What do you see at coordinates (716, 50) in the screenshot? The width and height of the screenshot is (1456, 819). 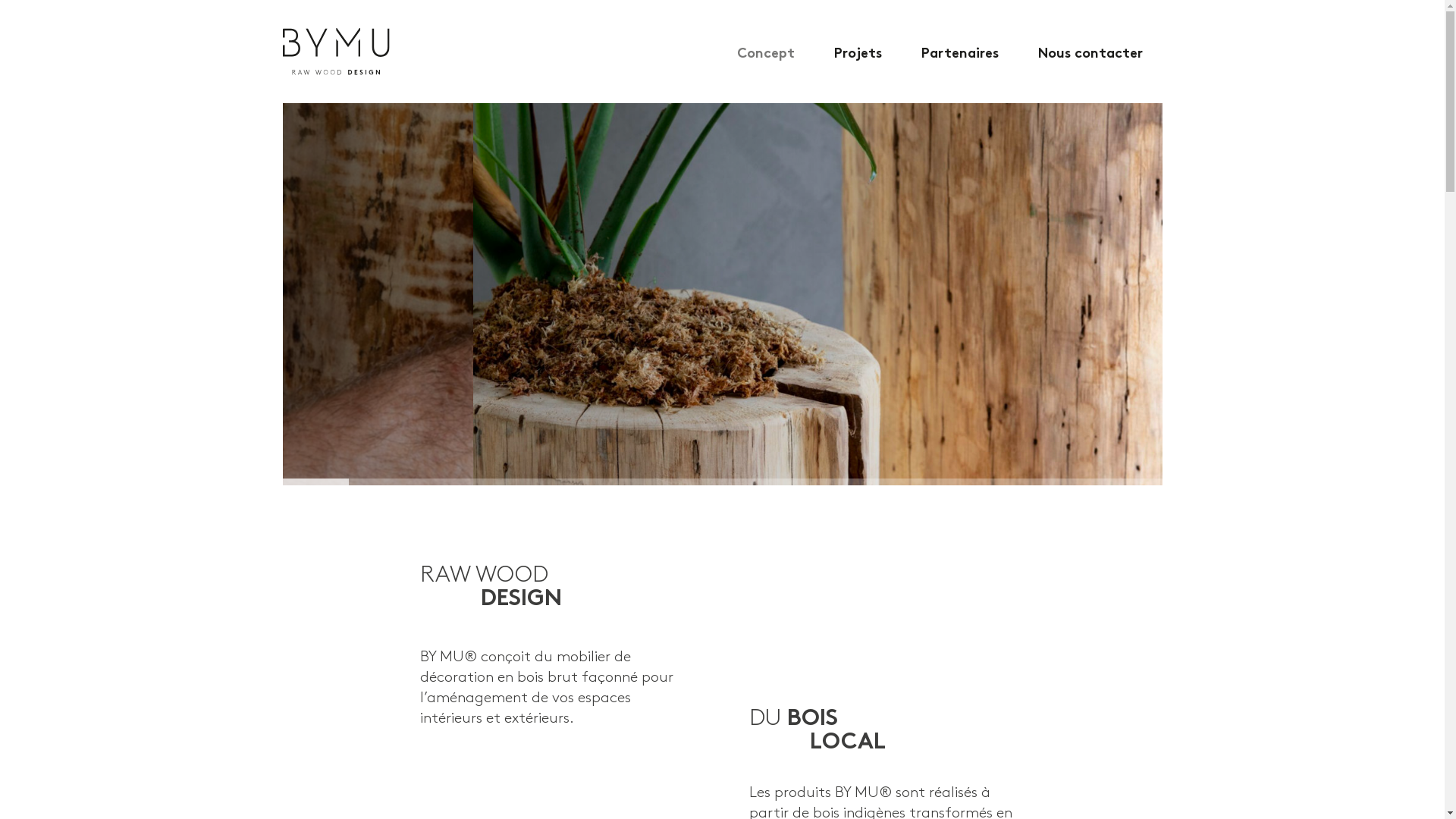 I see `'Concept'` at bounding box center [716, 50].